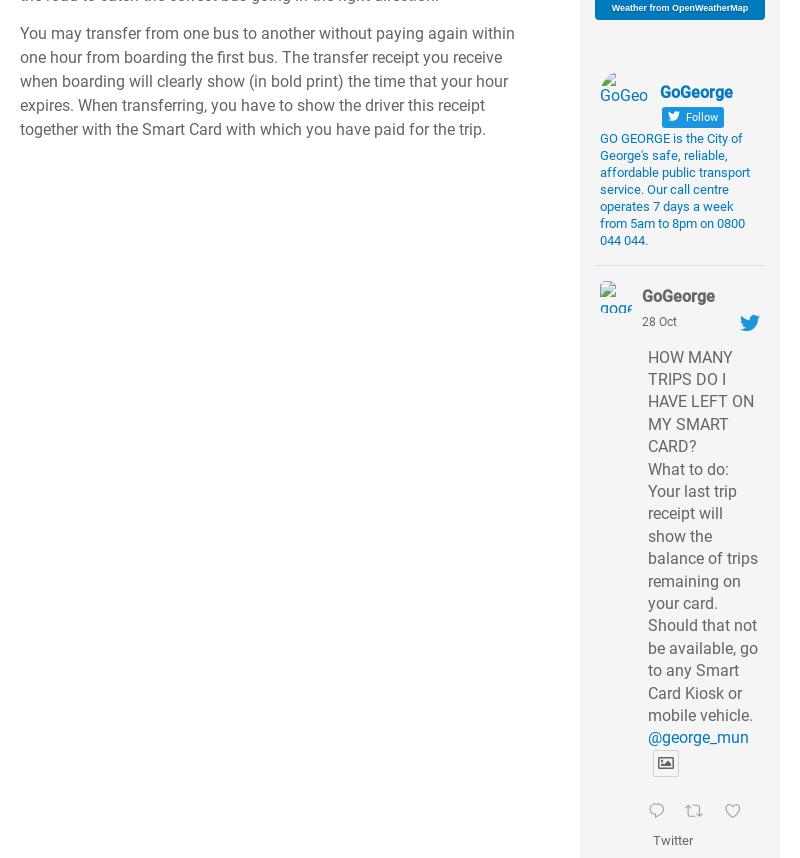  Describe the element at coordinates (267, 80) in the screenshot. I see `'You may transfer from one bus to another without paying again within one hour from boarding the first bus. The transfer receipt you receive when boarding will clearly show (in bold print) the time that your hour expires. When transferring, you have to show the driver this receipt together with the Smart Card with which you have paid for the trip.'` at that location.